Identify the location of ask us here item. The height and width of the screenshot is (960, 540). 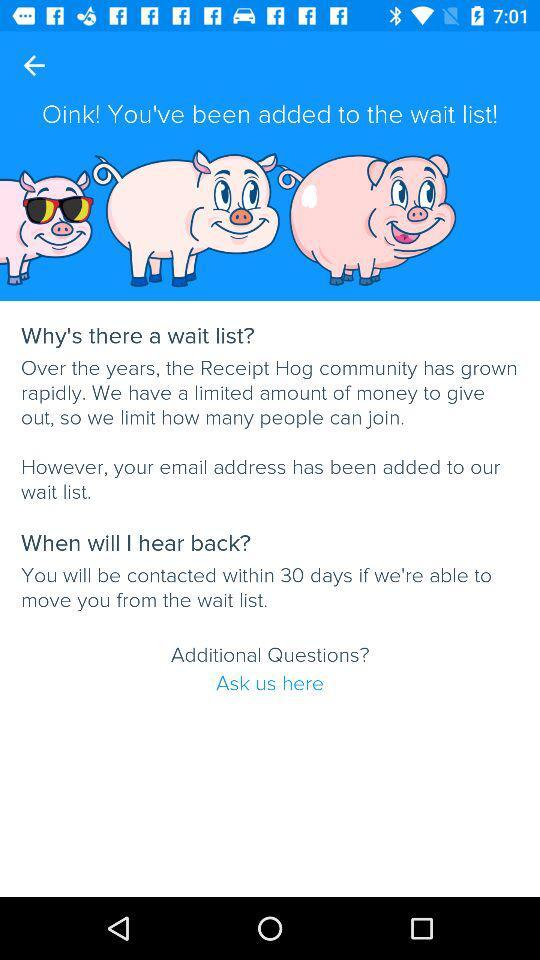
(270, 683).